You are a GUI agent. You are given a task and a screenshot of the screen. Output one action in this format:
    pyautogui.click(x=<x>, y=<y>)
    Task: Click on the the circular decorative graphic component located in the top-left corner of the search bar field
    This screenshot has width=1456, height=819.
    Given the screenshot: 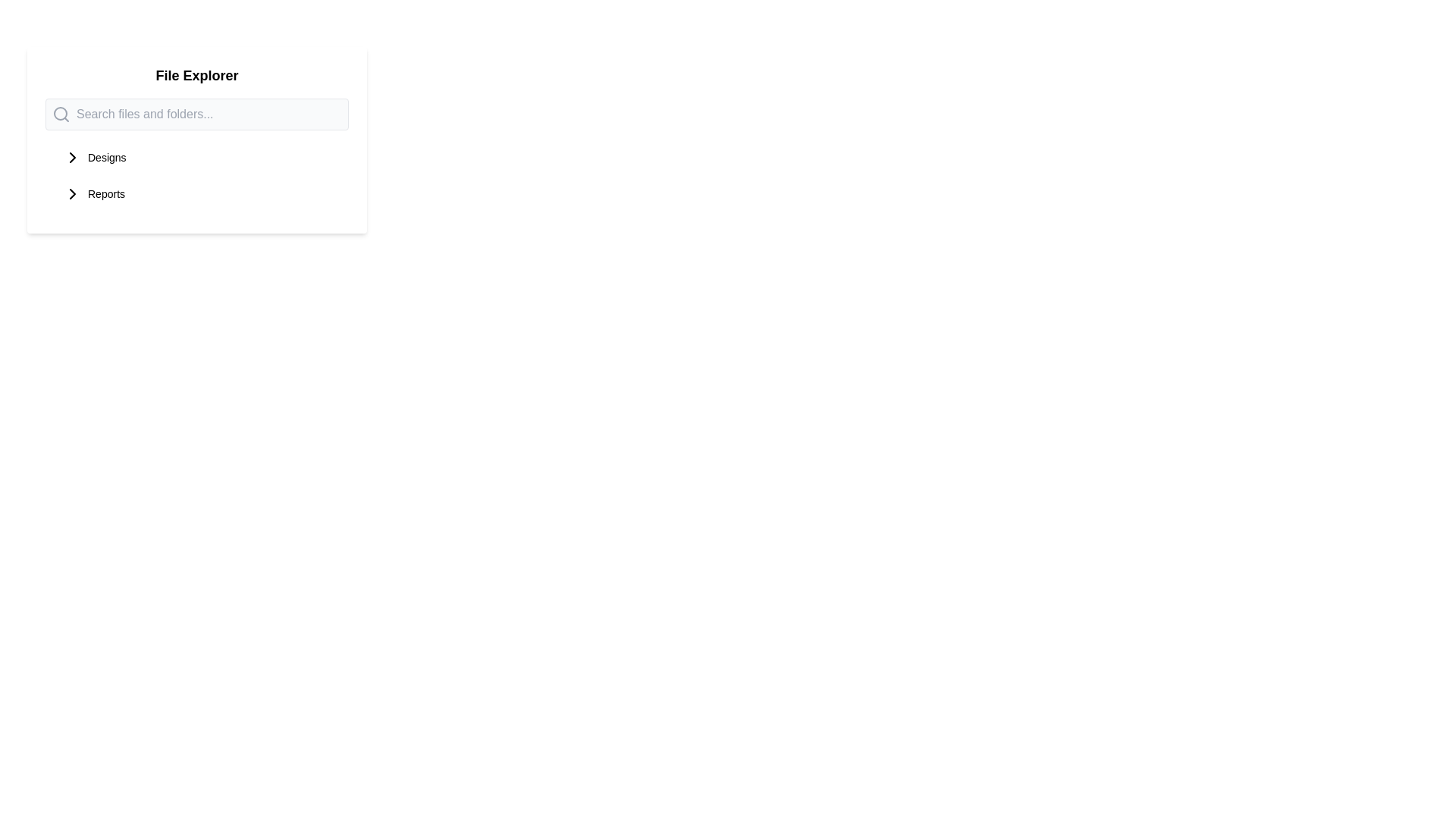 What is the action you would take?
    pyautogui.click(x=61, y=113)
    